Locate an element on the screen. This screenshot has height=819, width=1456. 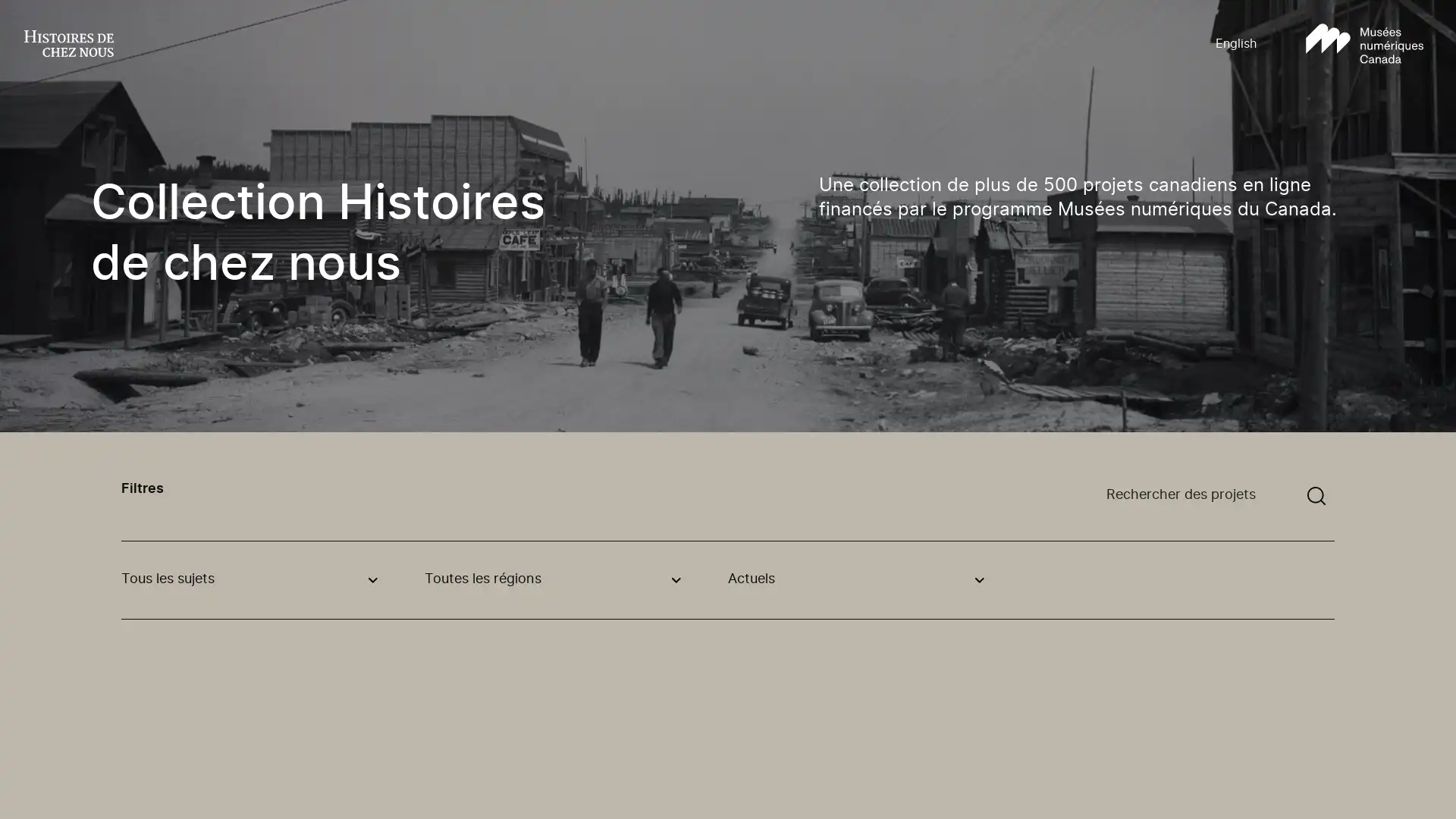
Soumettre is located at coordinates (1316, 496).